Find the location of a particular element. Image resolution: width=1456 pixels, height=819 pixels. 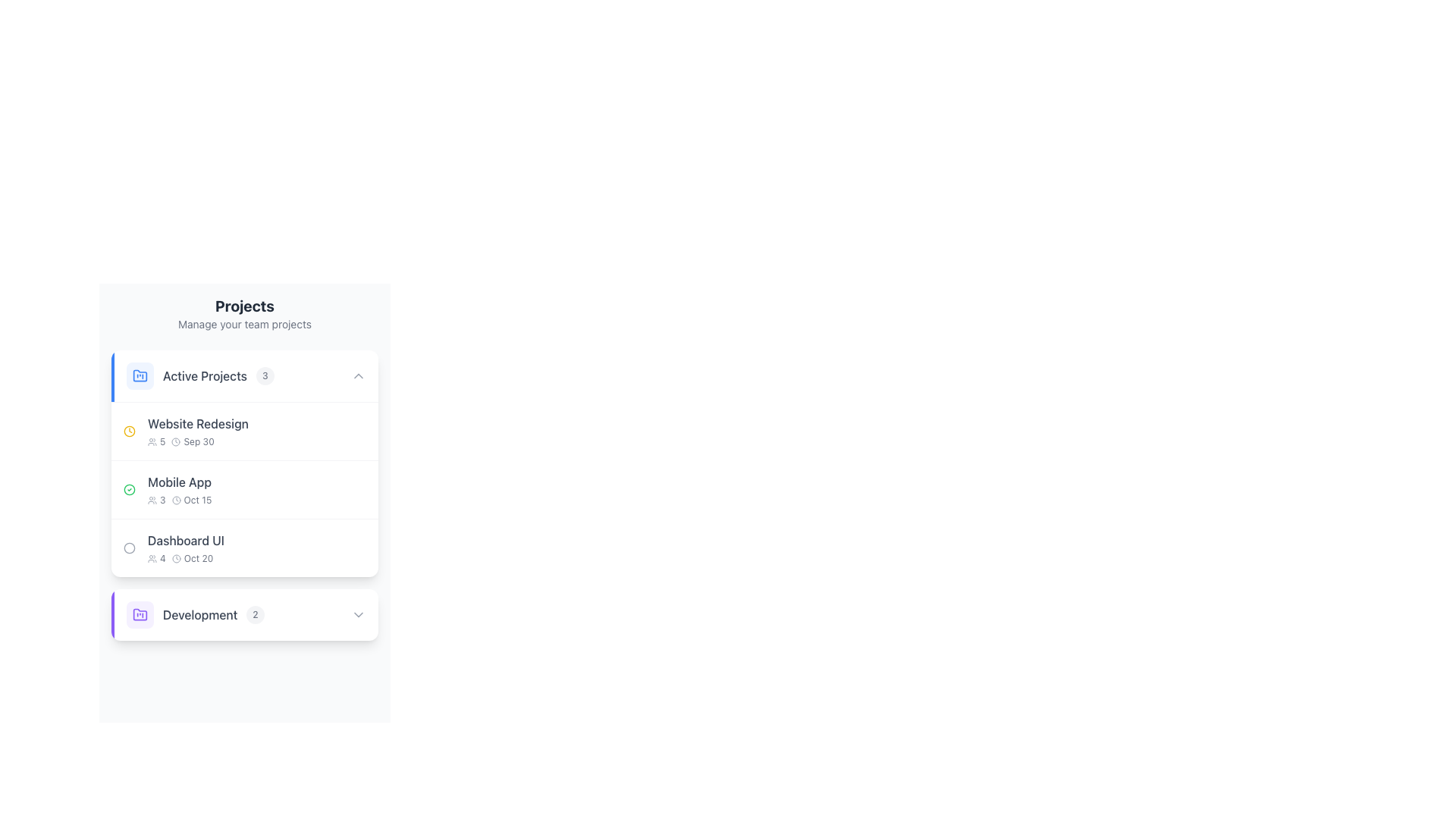

the toggle icon located at the far right of the 'Active Projects' section is located at coordinates (358, 375).